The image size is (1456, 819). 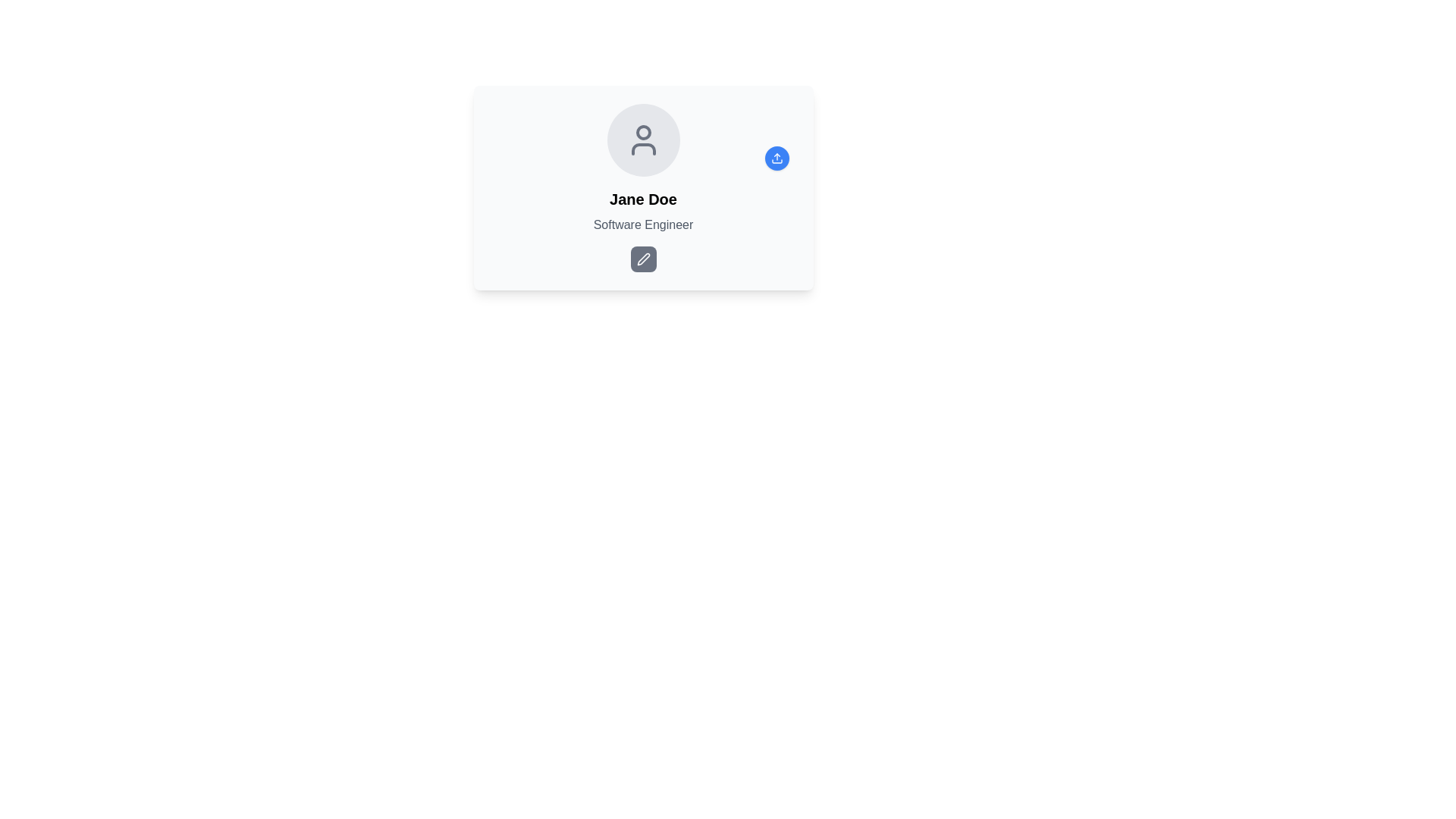 What do you see at coordinates (643, 140) in the screenshot?
I see `the avatar icon representing Jane Doe, which is located above the text 'Jane Doe' and 'Software Engineer' in the first row of the card layout` at bounding box center [643, 140].